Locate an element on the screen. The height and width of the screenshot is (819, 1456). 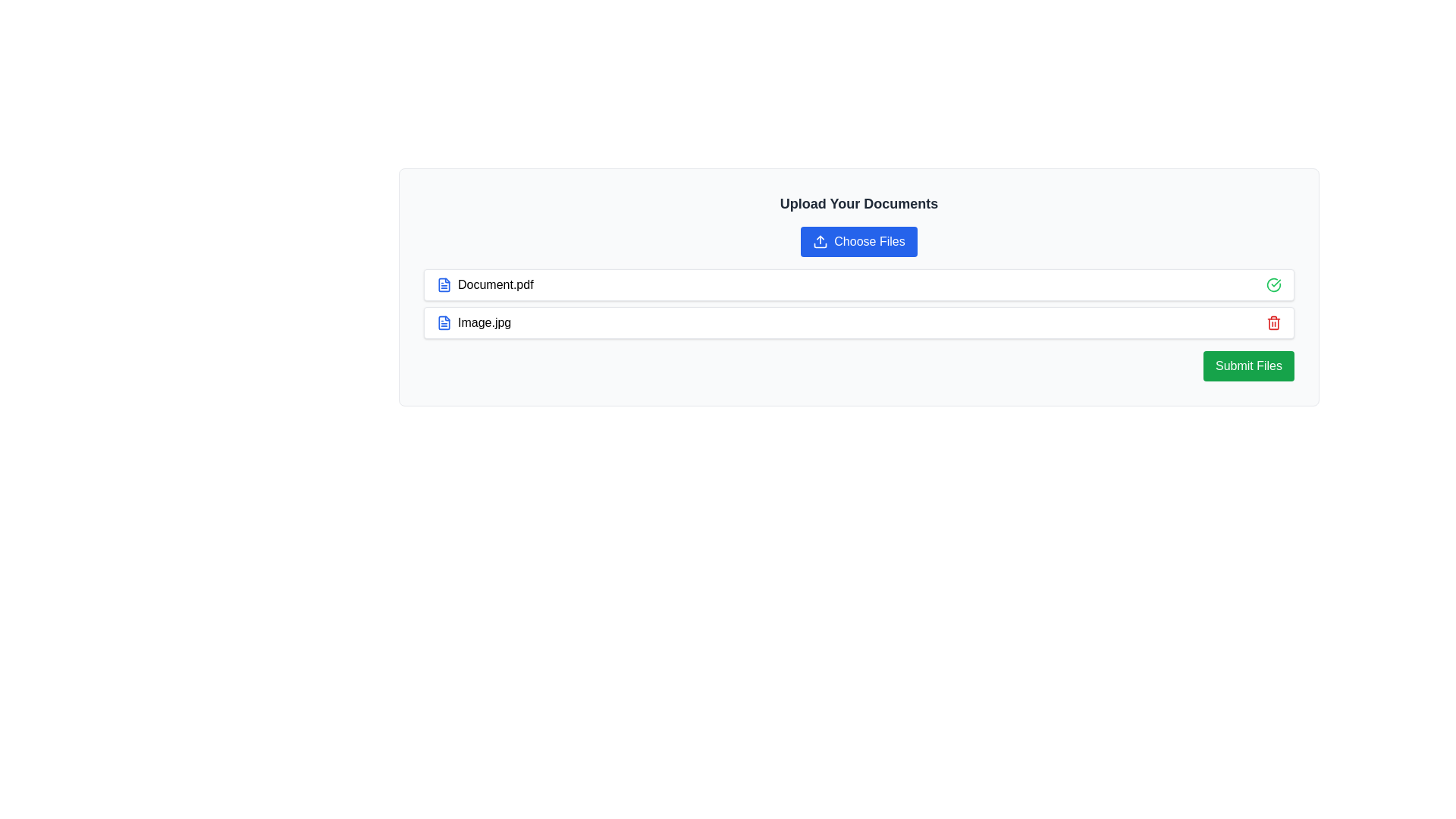
the button located below the 'Upload Your Documents' text is located at coordinates (858, 241).